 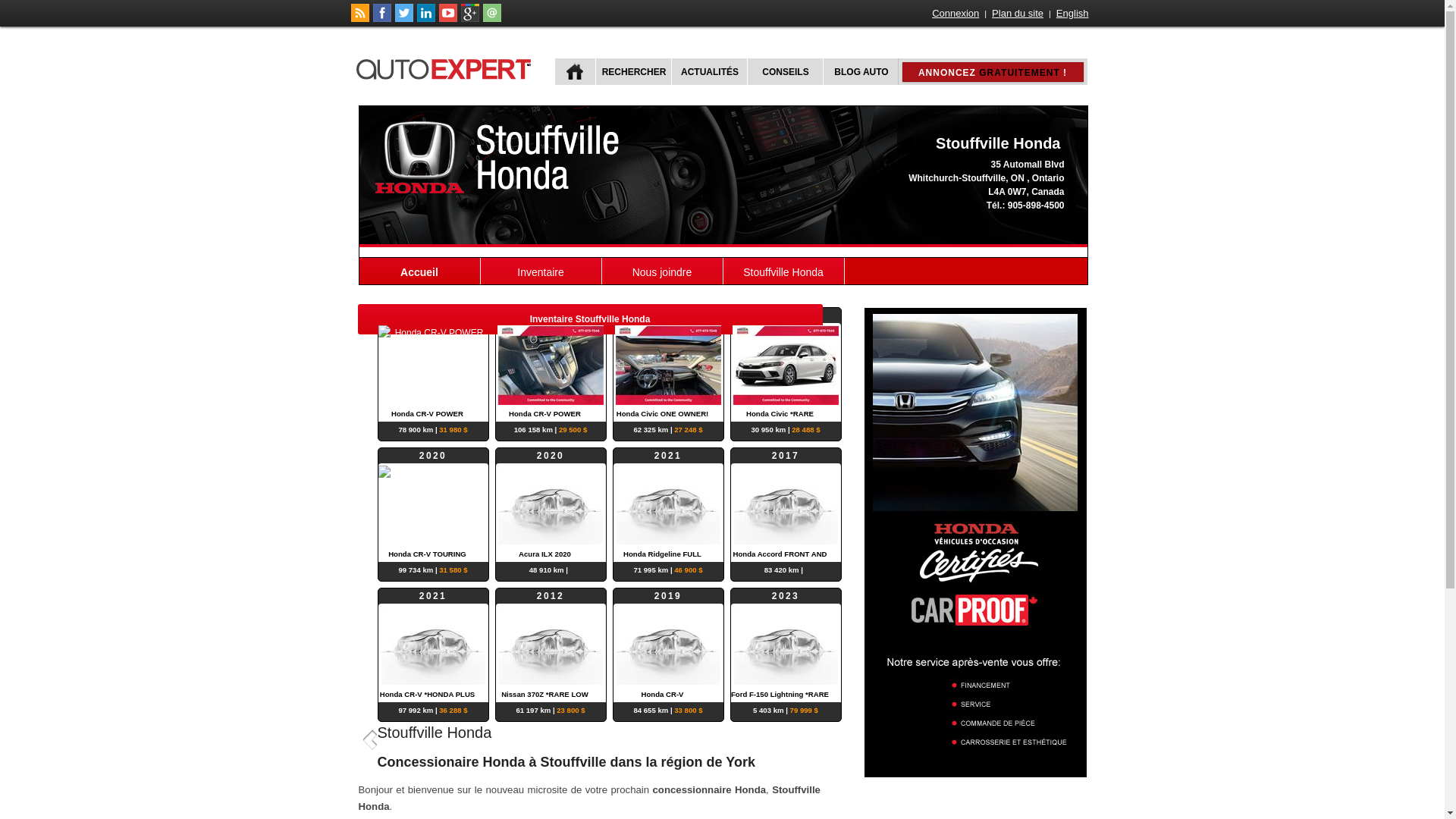 I want to click on 'Plan du site', so click(x=1018, y=13).